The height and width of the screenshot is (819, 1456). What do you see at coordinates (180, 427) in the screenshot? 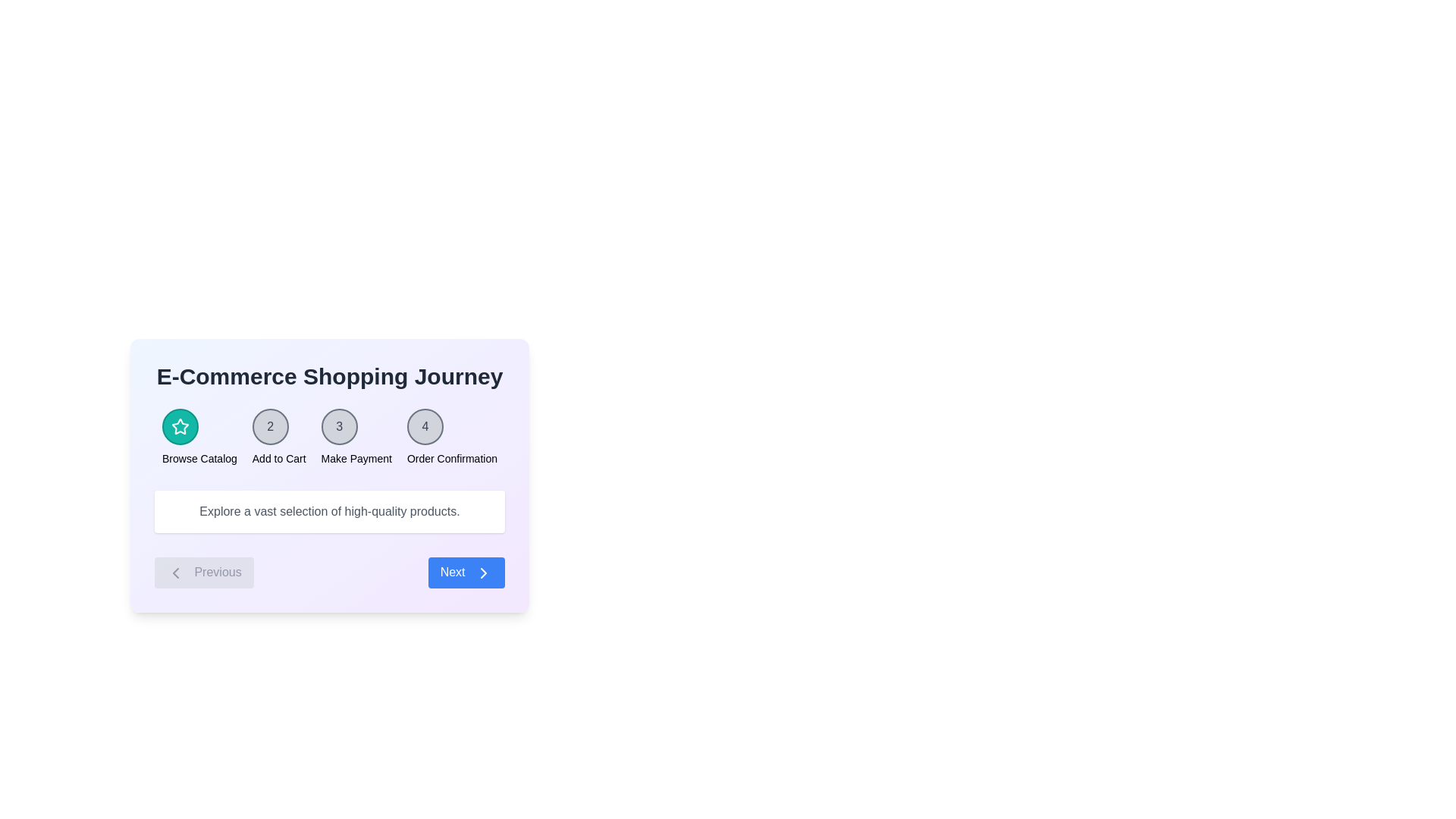
I see `the circular navigational button with a teal background and a white star outline, located above the text 'Browse Catalog'` at bounding box center [180, 427].